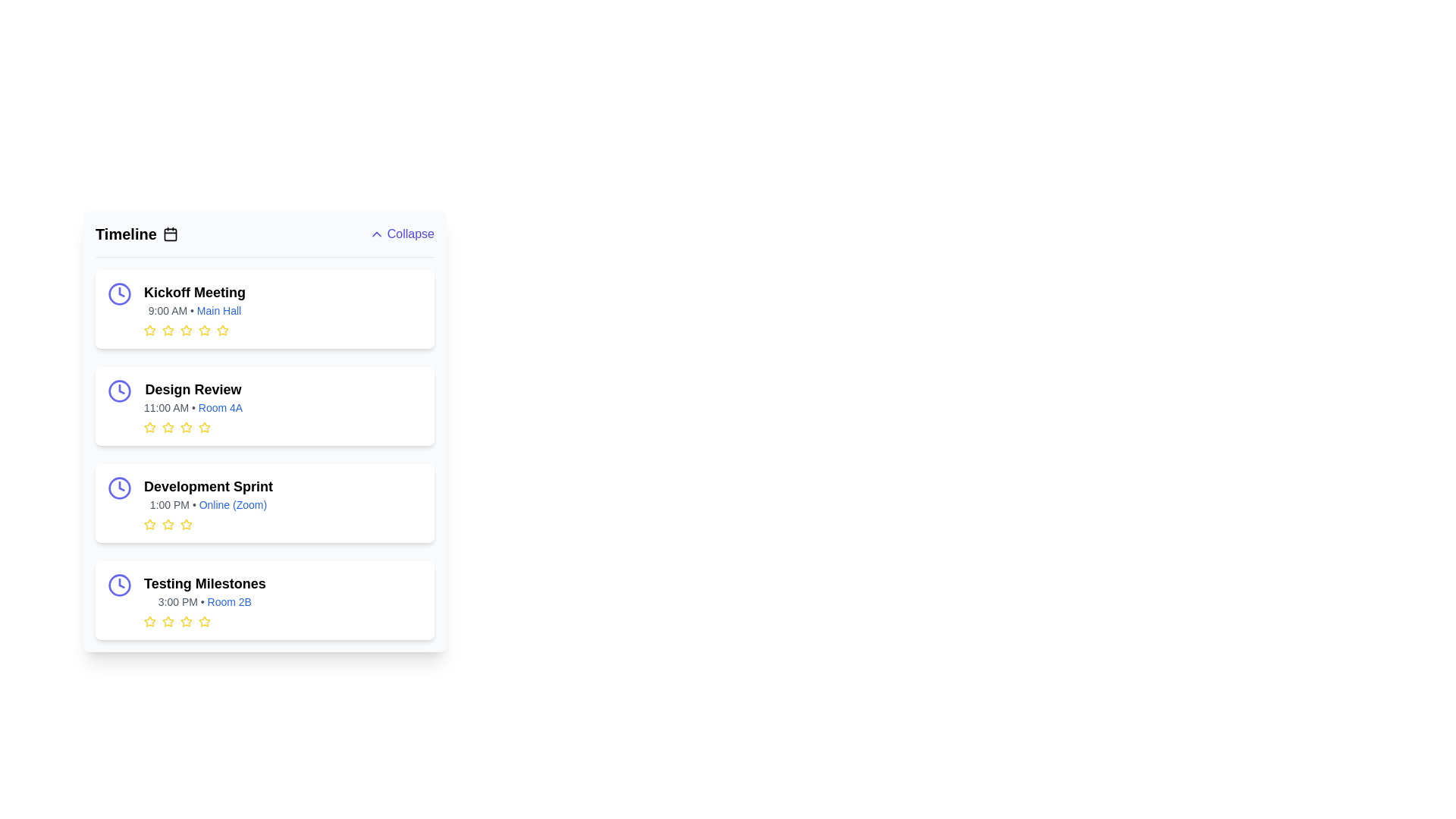  I want to click on the static text label displaying the location details 'Room 2B' for the event 'Testing Milestones' scheduled at 3:00 PM, so click(228, 601).